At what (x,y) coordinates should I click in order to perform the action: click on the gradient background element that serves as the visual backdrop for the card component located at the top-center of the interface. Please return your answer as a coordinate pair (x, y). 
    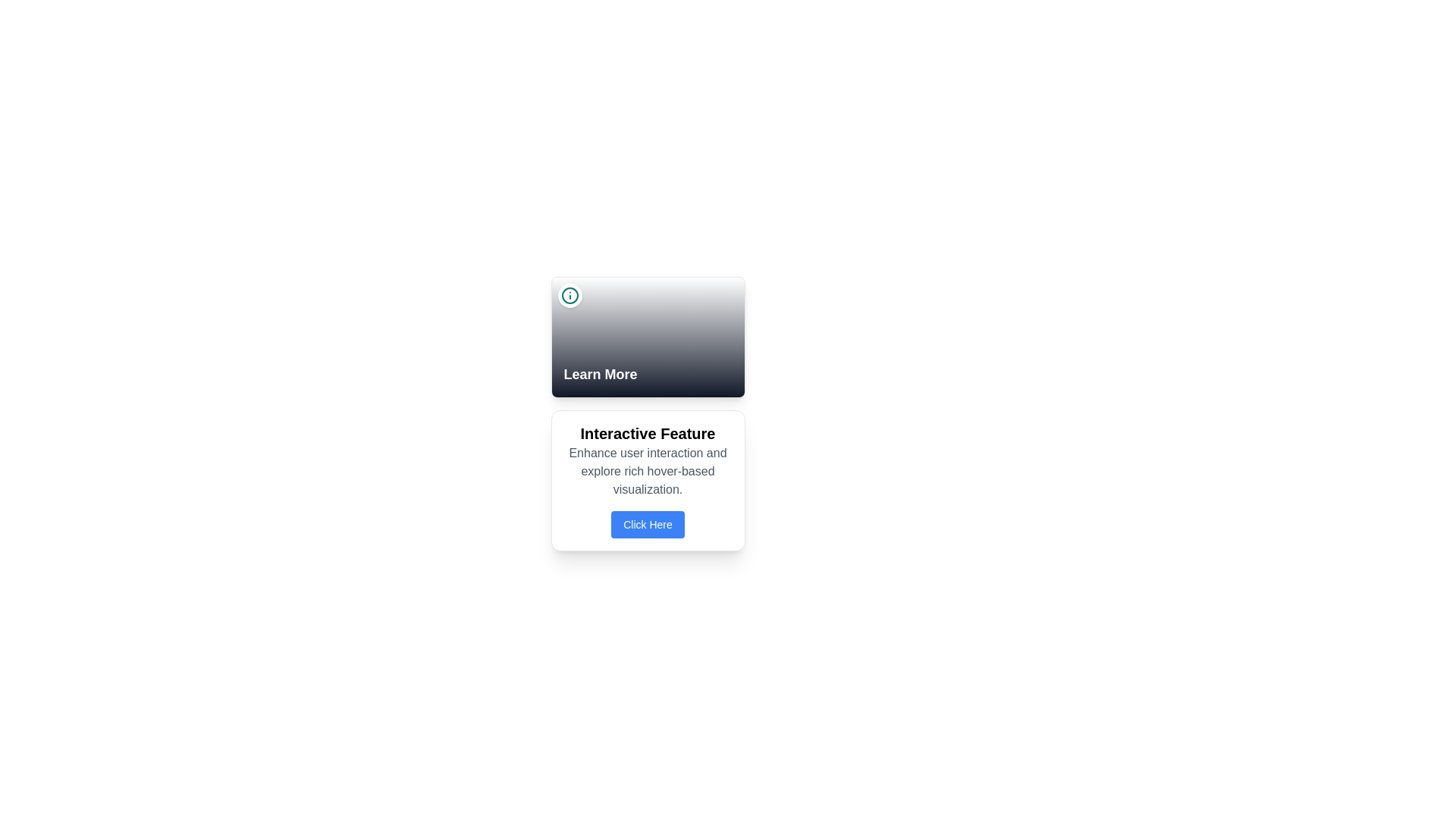
    Looking at the image, I should click on (648, 336).